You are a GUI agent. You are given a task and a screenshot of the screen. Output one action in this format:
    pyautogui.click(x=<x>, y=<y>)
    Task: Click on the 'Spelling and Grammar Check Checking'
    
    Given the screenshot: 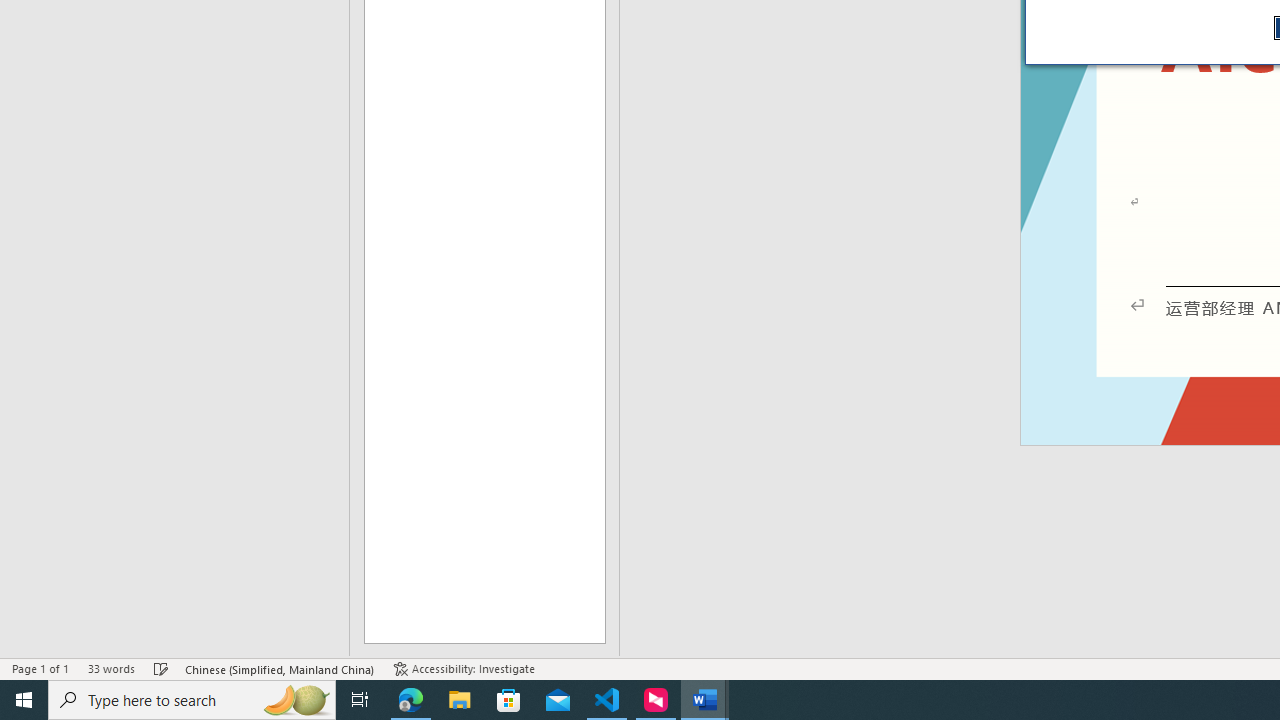 What is the action you would take?
    pyautogui.click(x=161, y=669)
    